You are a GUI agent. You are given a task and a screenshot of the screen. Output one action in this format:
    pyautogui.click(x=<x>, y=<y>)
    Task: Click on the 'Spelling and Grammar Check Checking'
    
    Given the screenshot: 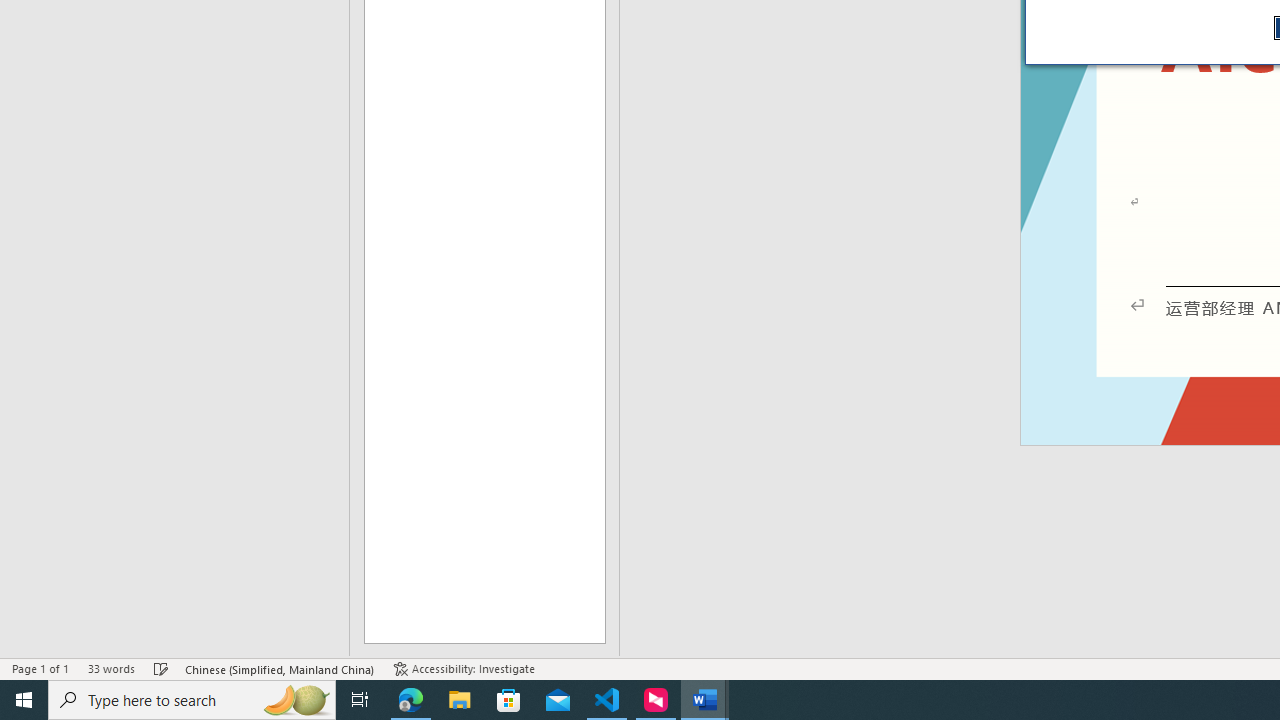 What is the action you would take?
    pyautogui.click(x=161, y=669)
    